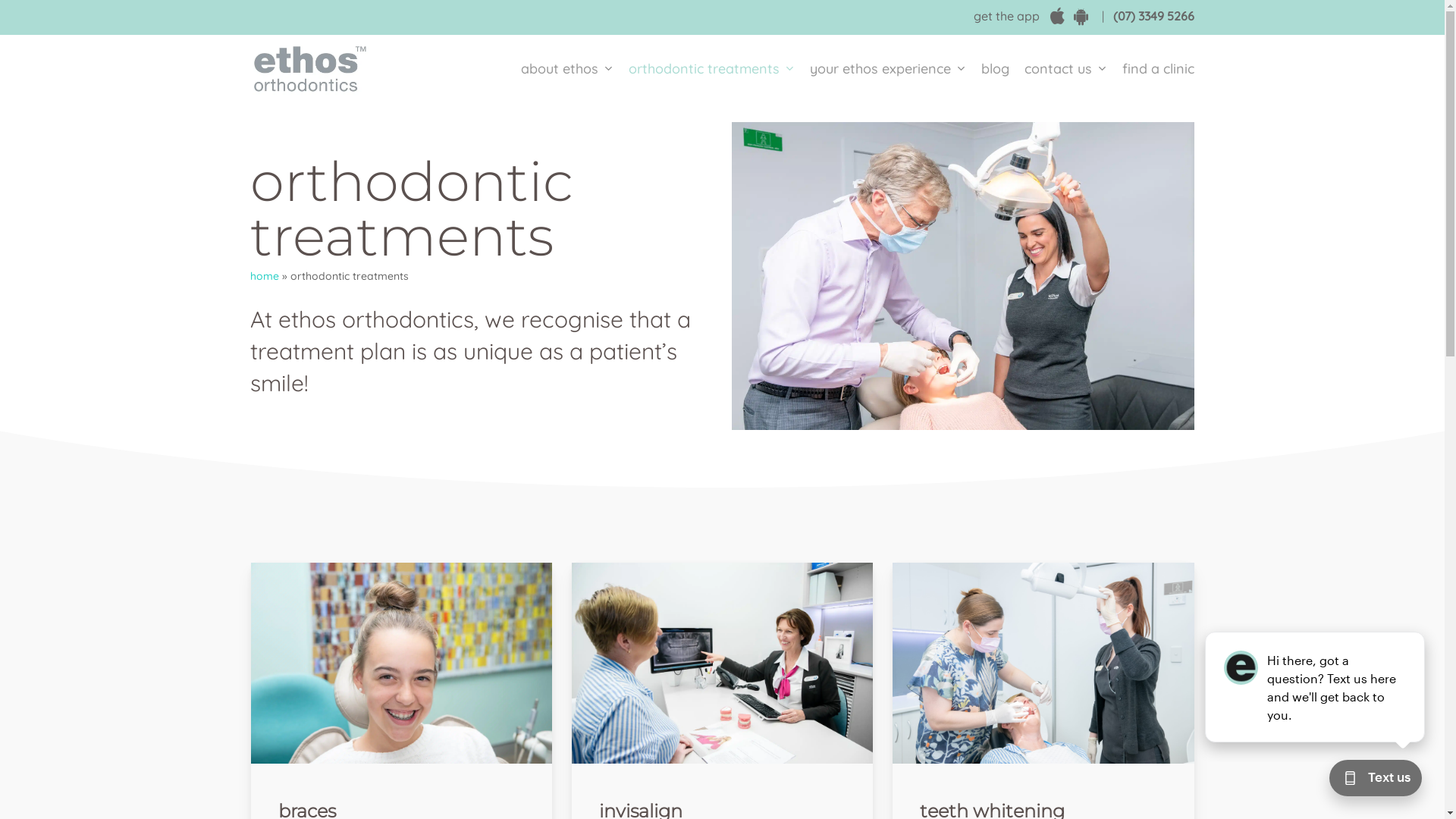 Image resolution: width=1456 pixels, height=819 pixels. I want to click on 'your ethos experience', so click(888, 69).